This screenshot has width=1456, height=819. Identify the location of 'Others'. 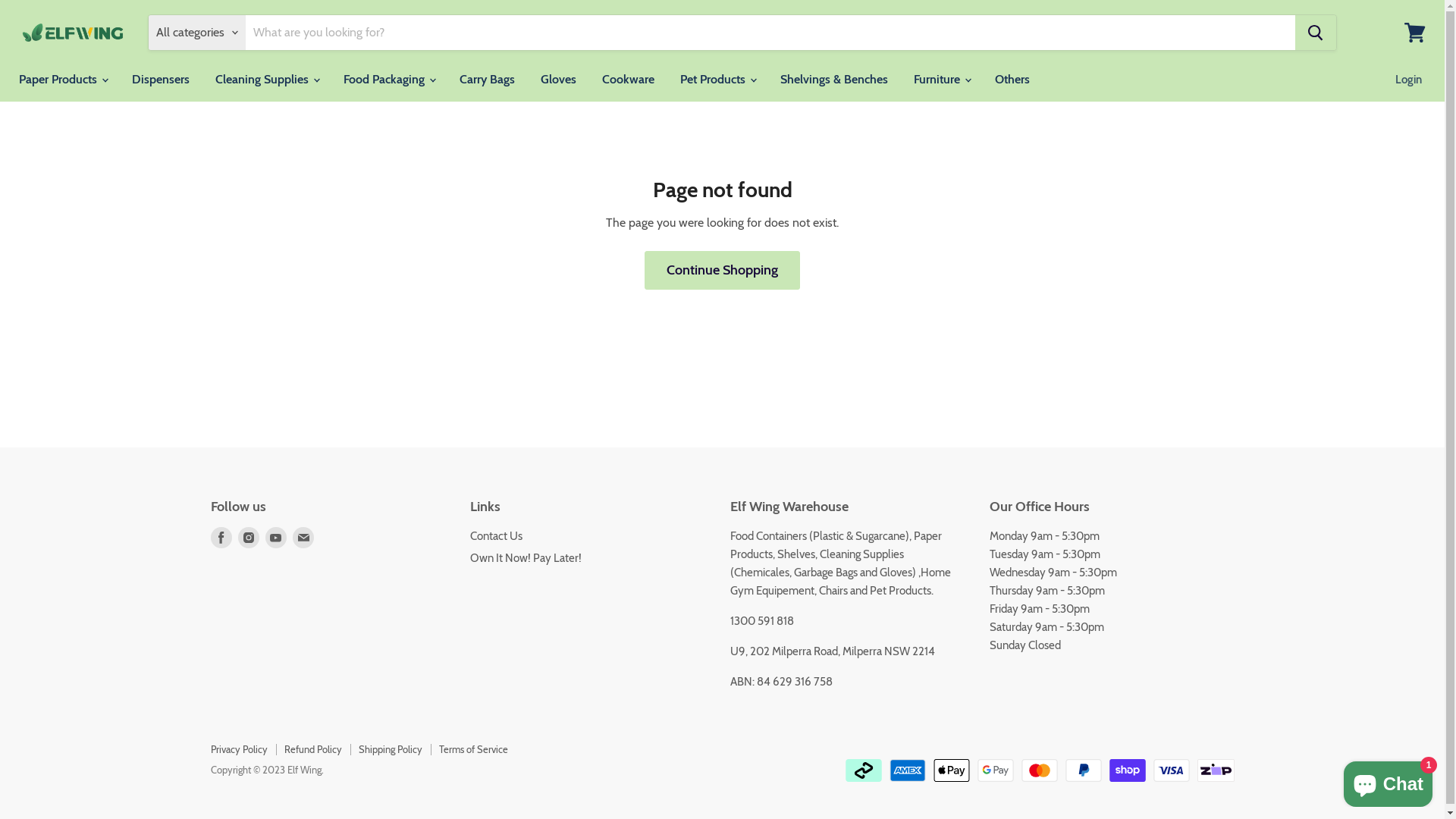
(1012, 79).